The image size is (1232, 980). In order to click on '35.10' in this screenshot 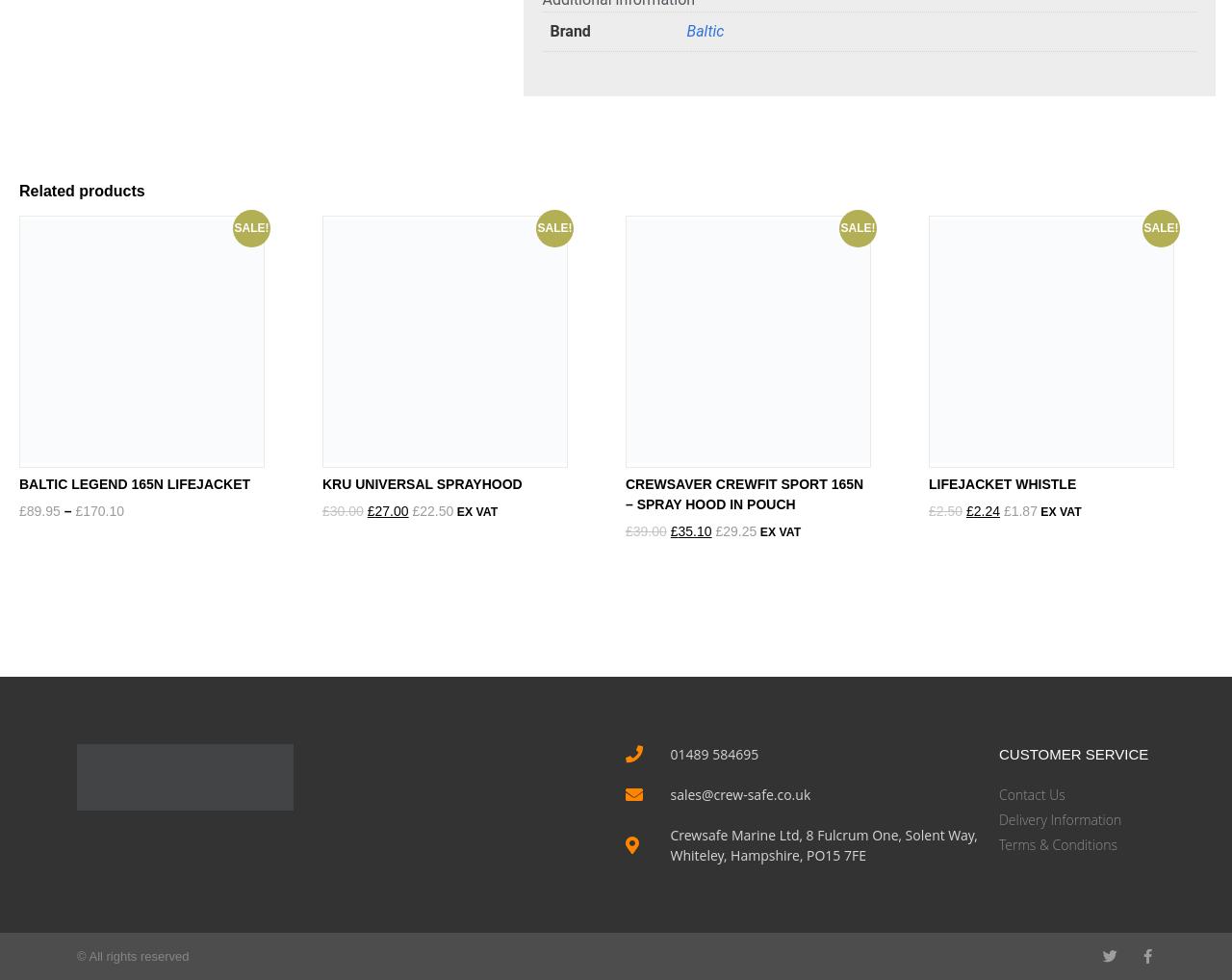, I will do `click(693, 529)`.